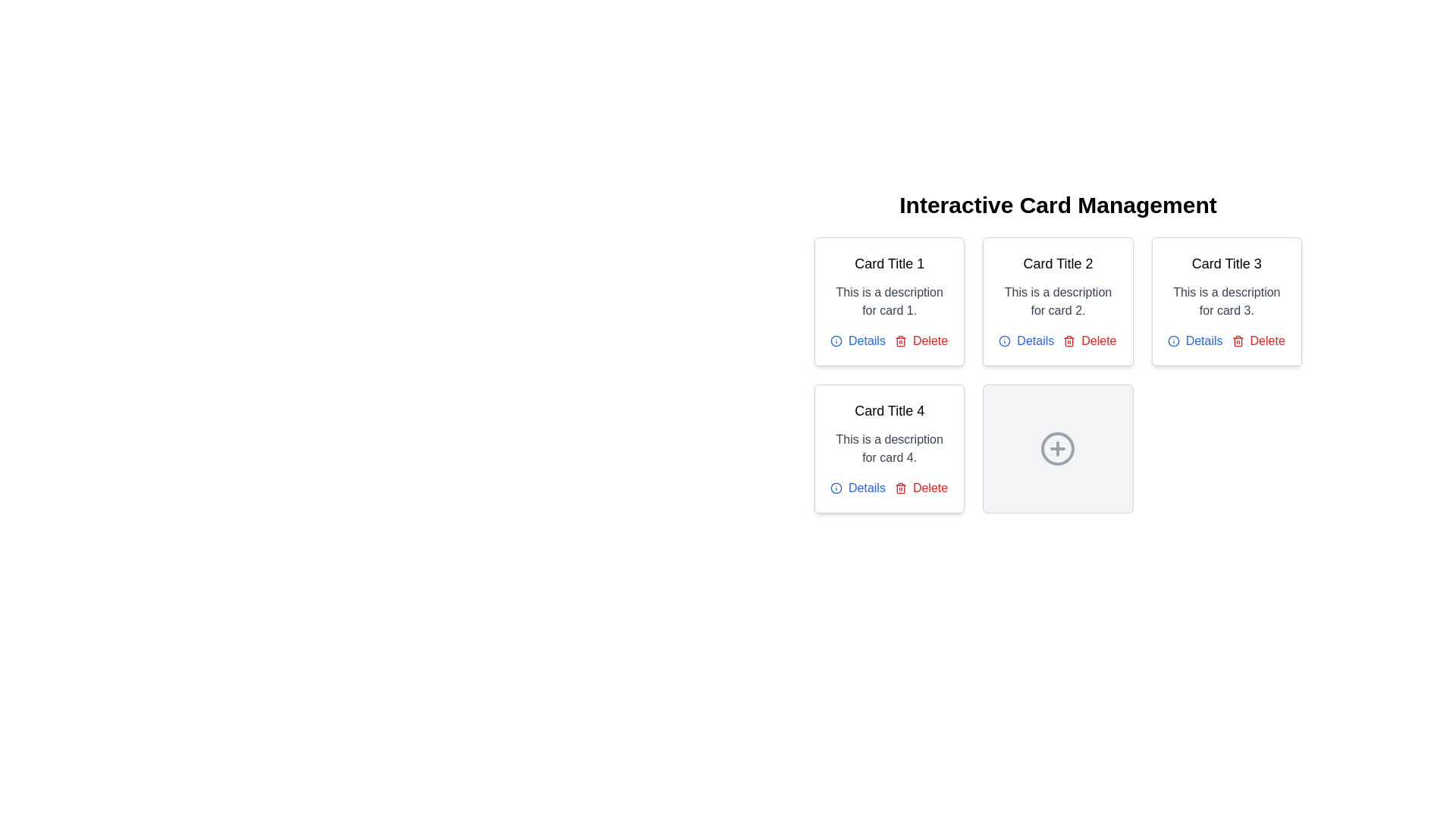 The width and height of the screenshot is (1456, 819). What do you see at coordinates (900, 488) in the screenshot?
I see `the small red trash can icon next to the 'Delete' label` at bounding box center [900, 488].